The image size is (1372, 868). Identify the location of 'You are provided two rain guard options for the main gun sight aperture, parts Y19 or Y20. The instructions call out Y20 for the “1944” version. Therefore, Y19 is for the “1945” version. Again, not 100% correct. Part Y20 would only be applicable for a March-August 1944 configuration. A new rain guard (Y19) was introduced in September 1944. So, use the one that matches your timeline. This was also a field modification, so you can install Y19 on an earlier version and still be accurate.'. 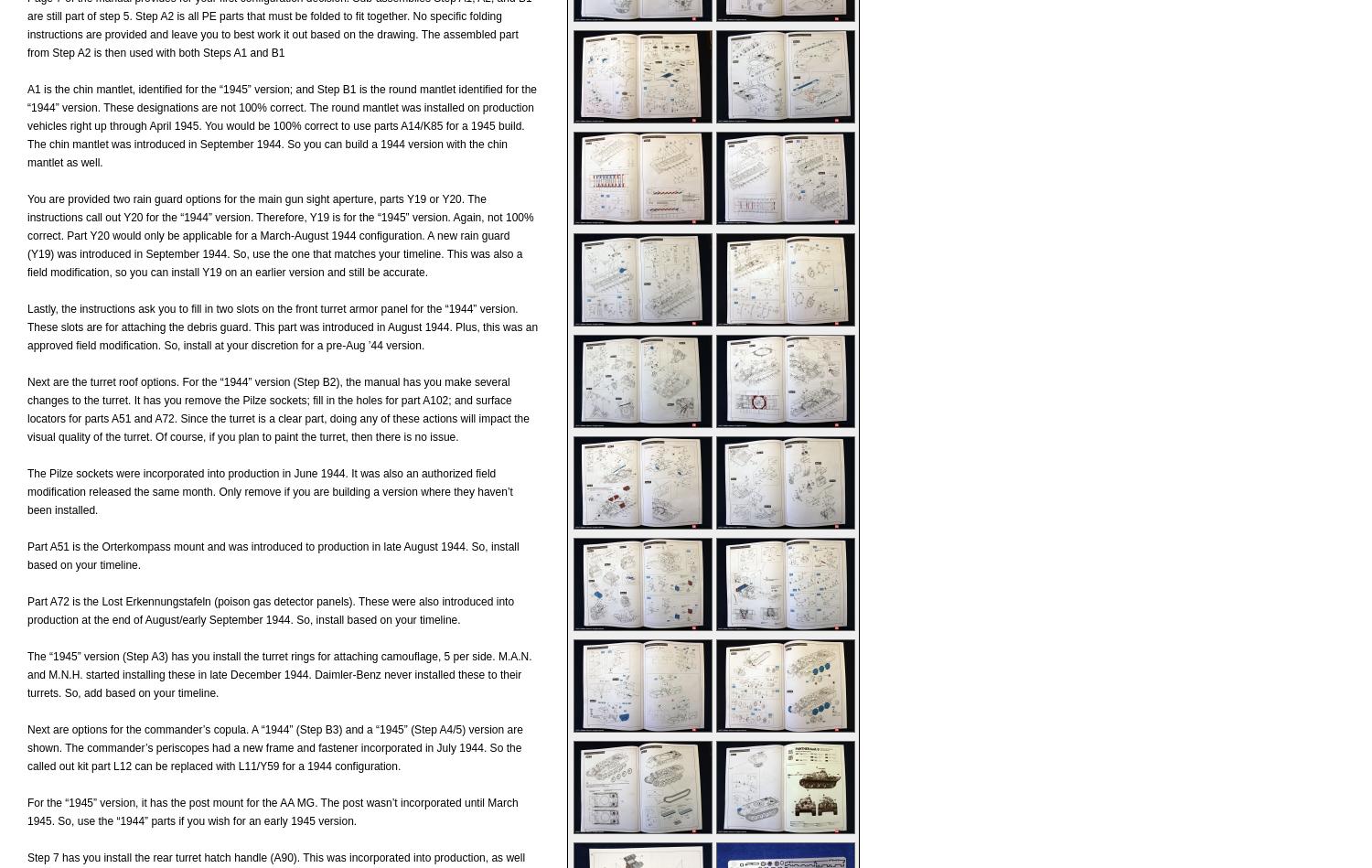
(280, 235).